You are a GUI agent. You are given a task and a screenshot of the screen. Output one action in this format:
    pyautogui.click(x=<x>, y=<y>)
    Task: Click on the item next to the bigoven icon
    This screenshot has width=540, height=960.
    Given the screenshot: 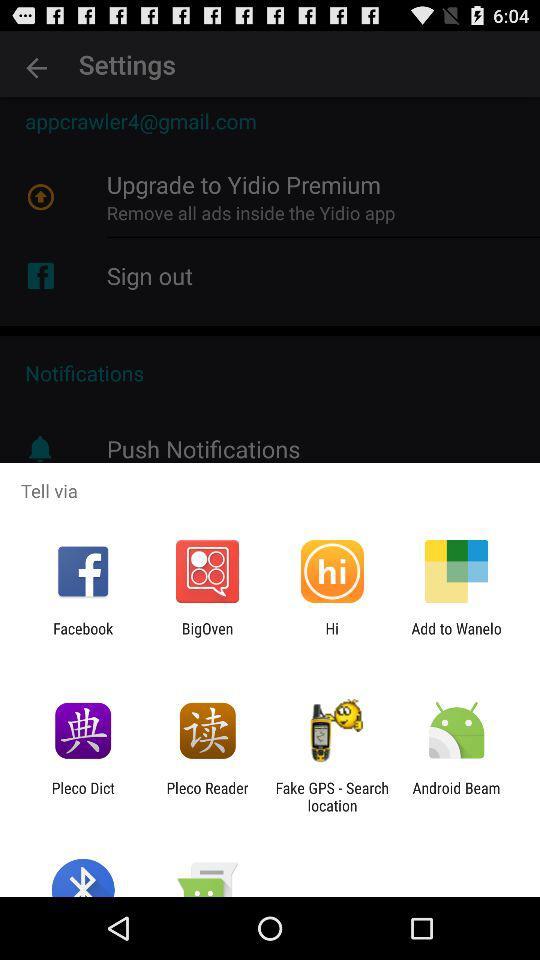 What is the action you would take?
    pyautogui.click(x=332, y=636)
    